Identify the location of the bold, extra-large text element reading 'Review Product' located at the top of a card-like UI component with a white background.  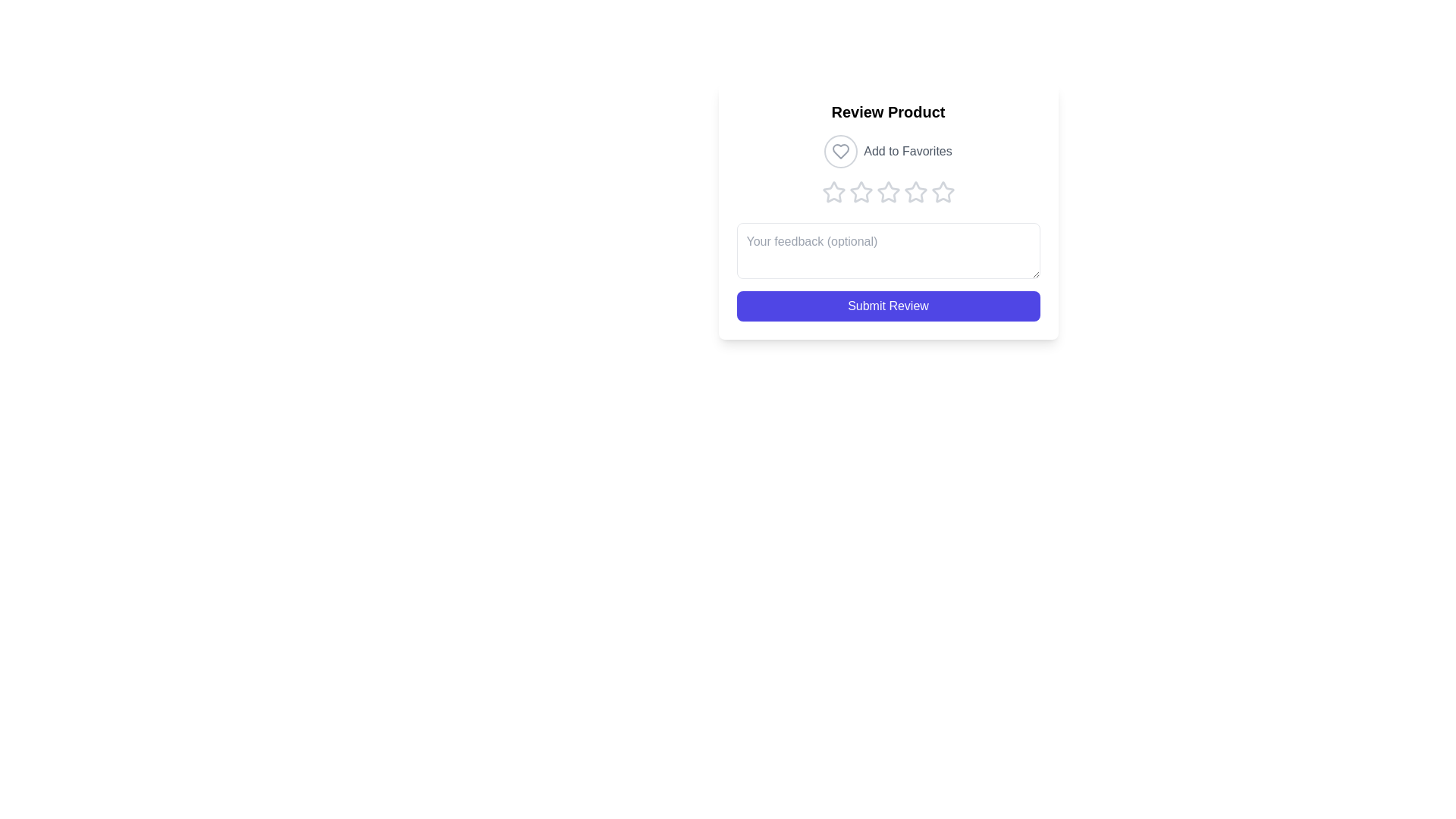
(888, 111).